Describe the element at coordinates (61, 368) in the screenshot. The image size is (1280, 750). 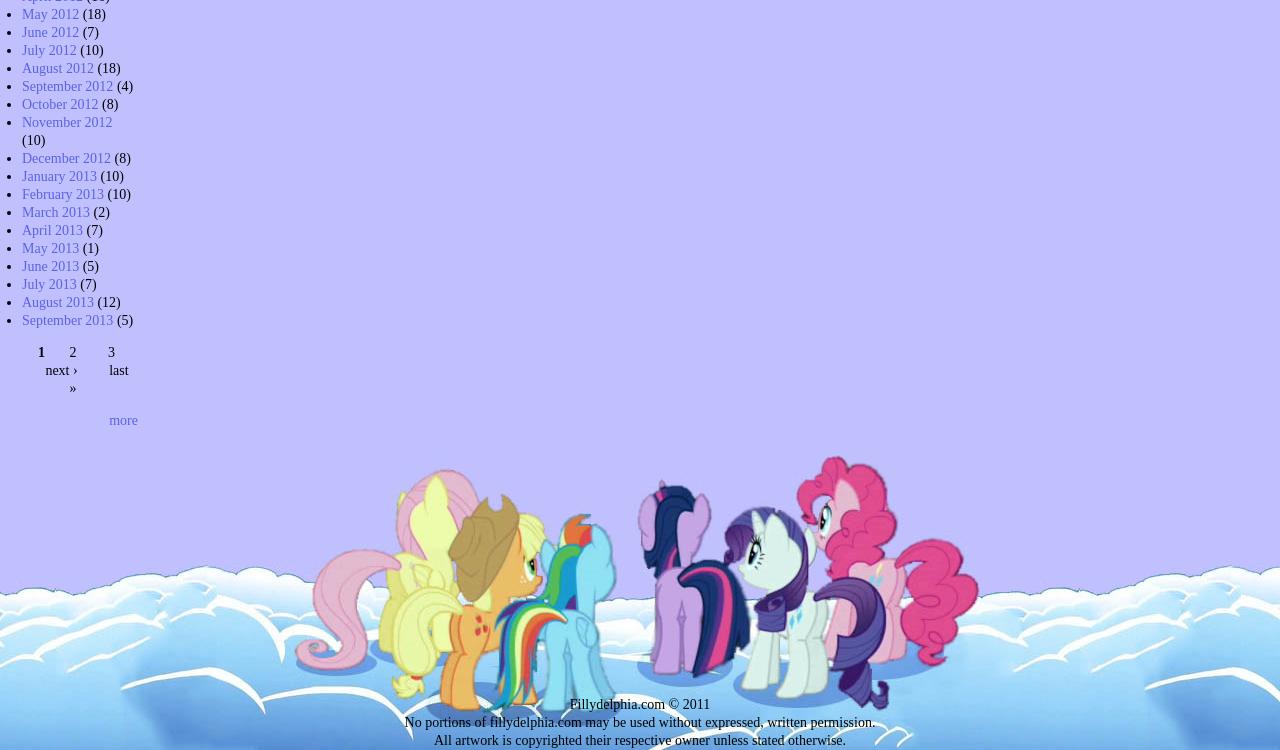
I see `'next ›'` at that location.